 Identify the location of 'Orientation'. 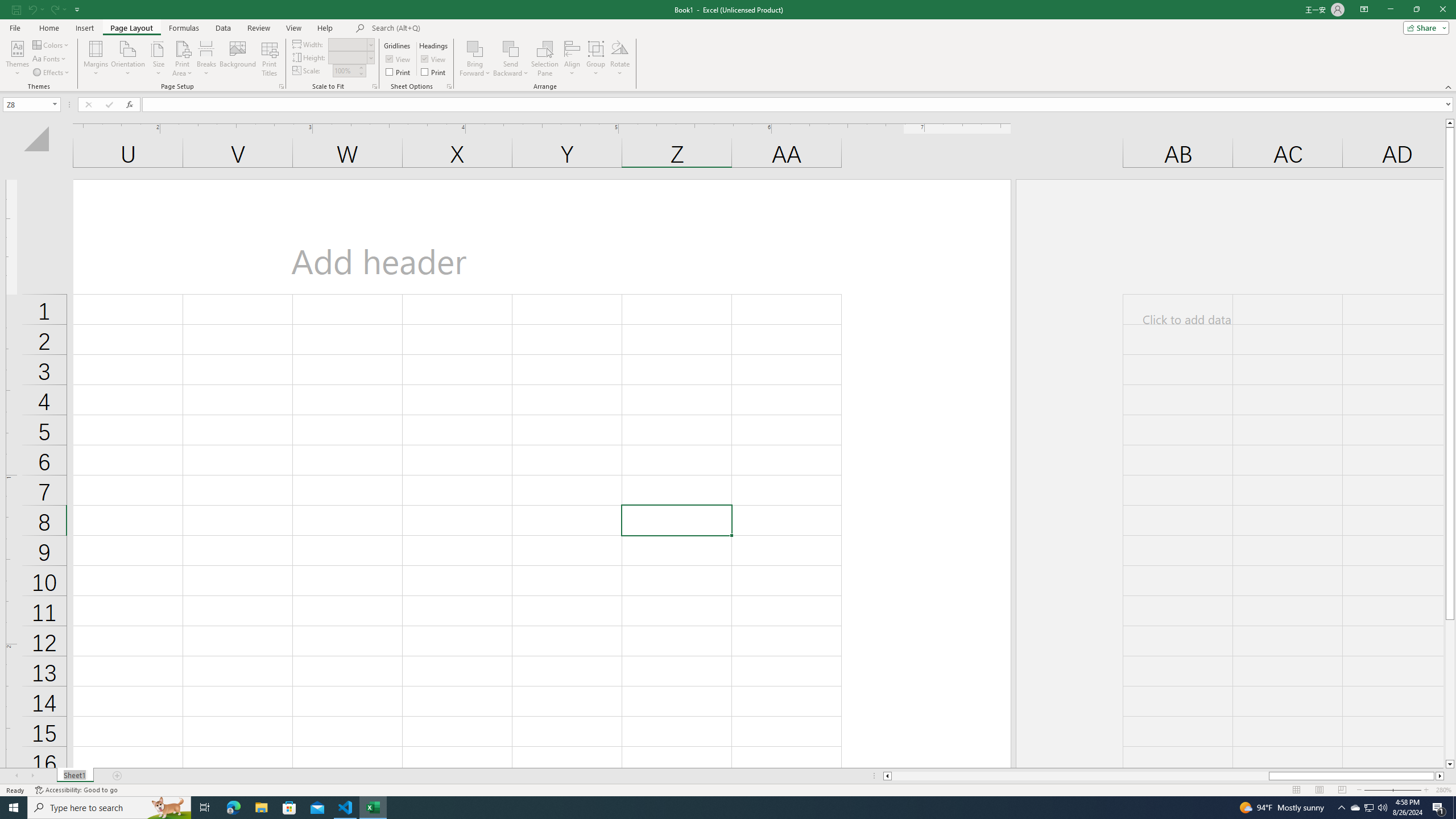
(127, 59).